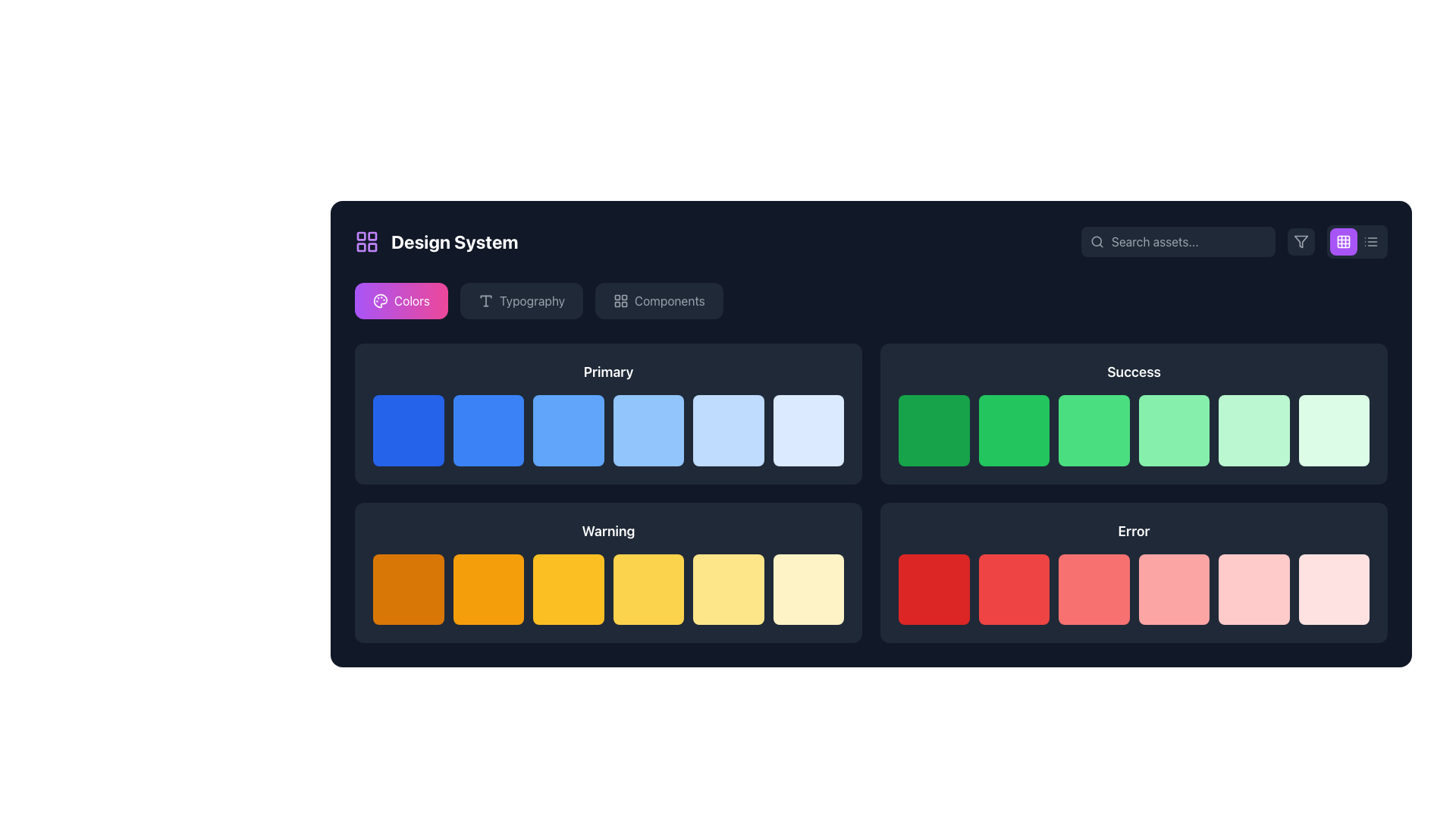  I want to click on the filter icon button located, so click(1301, 241).